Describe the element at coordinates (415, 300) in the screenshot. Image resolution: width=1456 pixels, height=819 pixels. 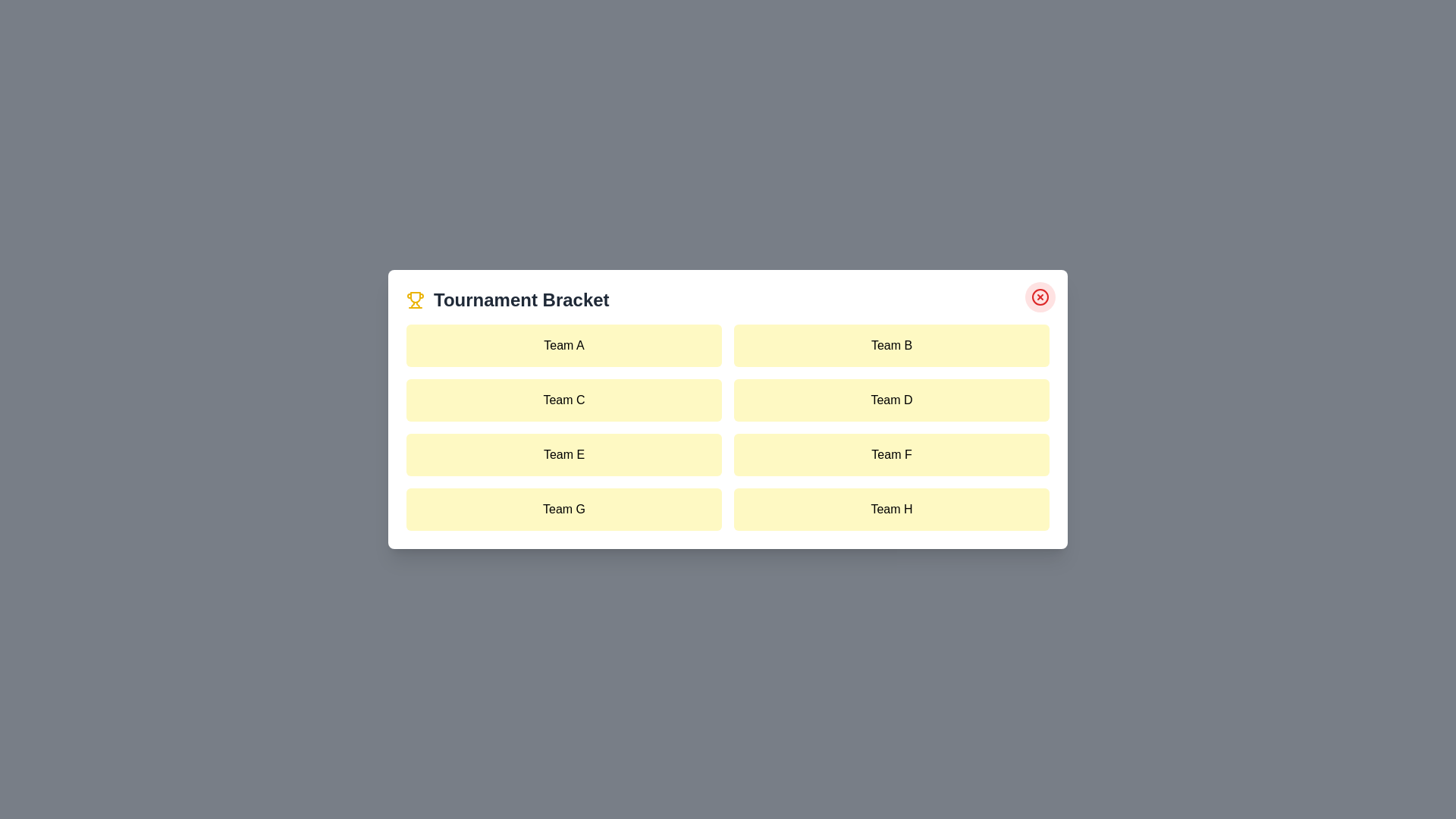
I see `the trophy icon next to the title` at that location.